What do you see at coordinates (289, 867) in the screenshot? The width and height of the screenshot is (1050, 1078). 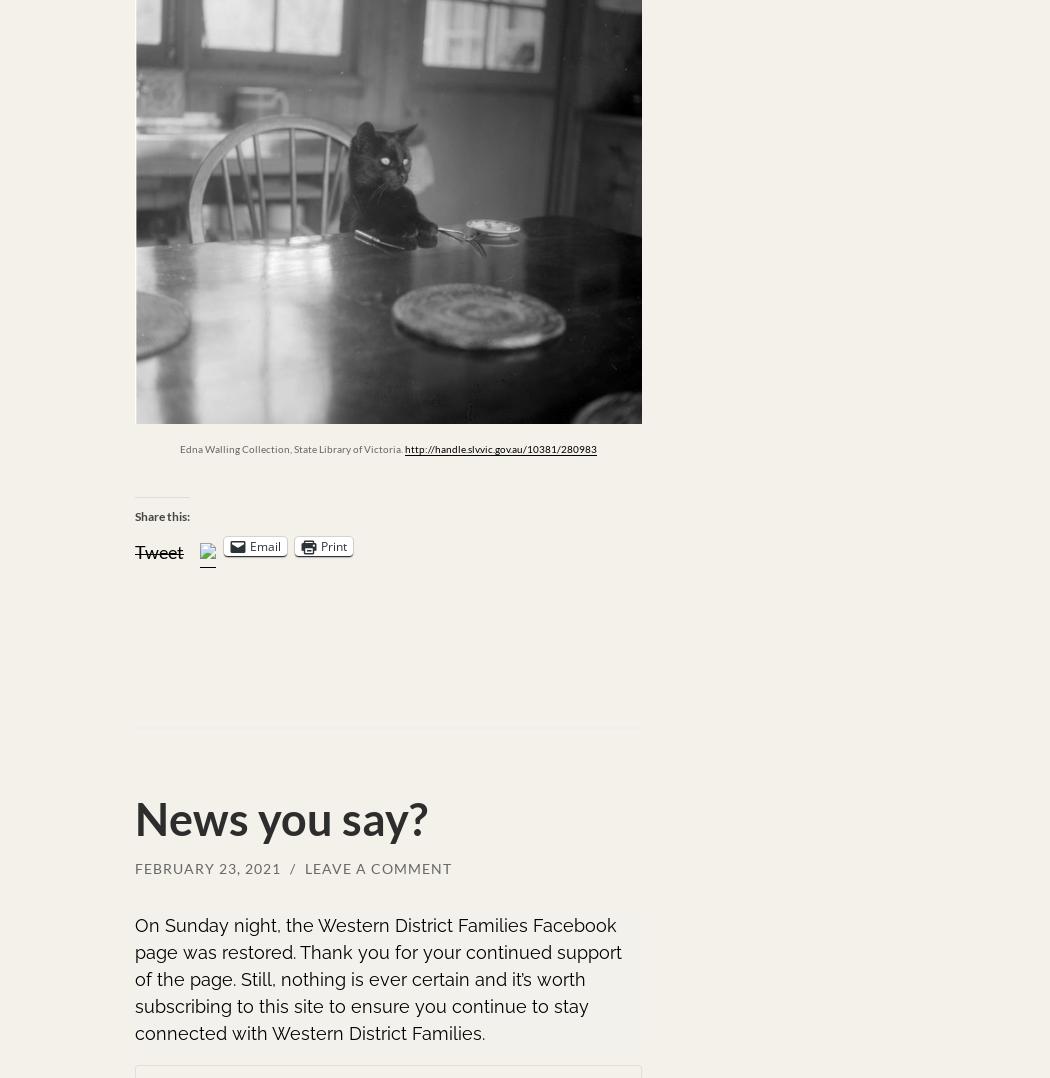 I see `'/'` at bounding box center [289, 867].